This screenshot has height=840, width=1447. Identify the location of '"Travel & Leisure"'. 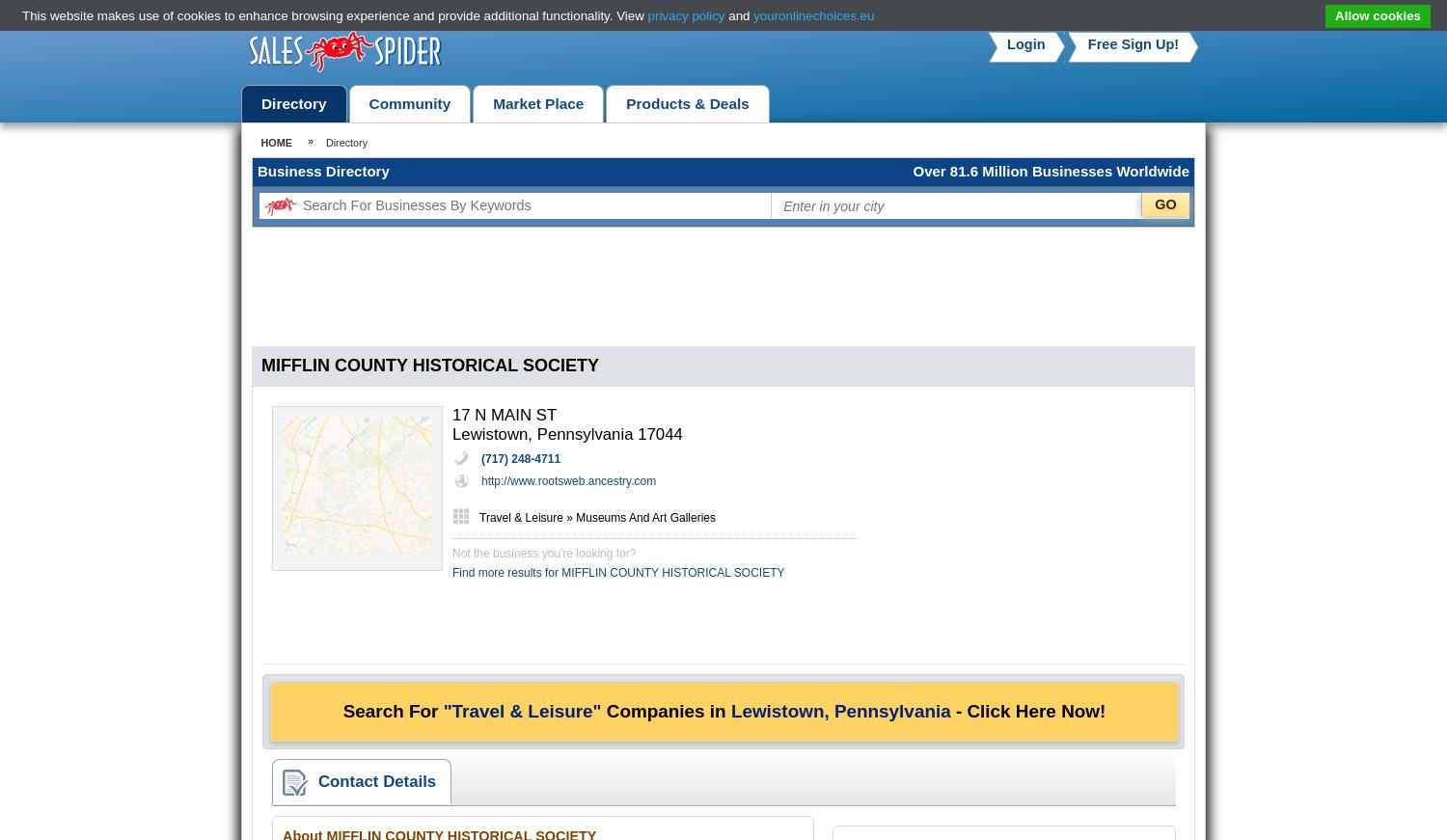
(522, 711).